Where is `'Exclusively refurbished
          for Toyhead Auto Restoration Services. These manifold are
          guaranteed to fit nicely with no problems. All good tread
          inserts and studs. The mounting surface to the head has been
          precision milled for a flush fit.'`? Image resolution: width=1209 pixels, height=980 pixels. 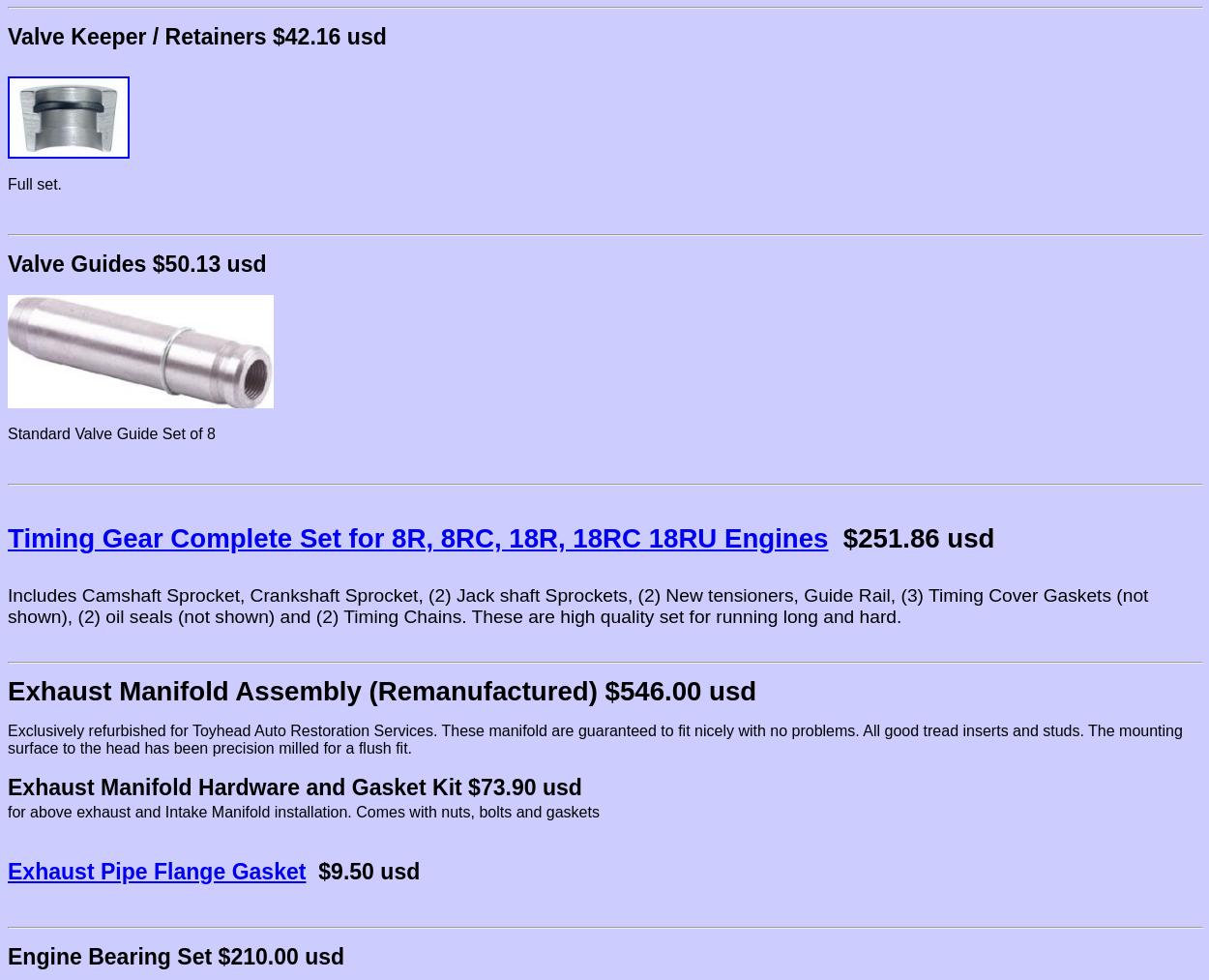 'Exclusively refurbished
          for Toyhead Auto Restoration Services. These manifold are
          guaranteed to fit nicely with no problems. All good tread
          inserts and studs. The mounting surface to the head has been
          precision milled for a flush fit.' is located at coordinates (8, 739).